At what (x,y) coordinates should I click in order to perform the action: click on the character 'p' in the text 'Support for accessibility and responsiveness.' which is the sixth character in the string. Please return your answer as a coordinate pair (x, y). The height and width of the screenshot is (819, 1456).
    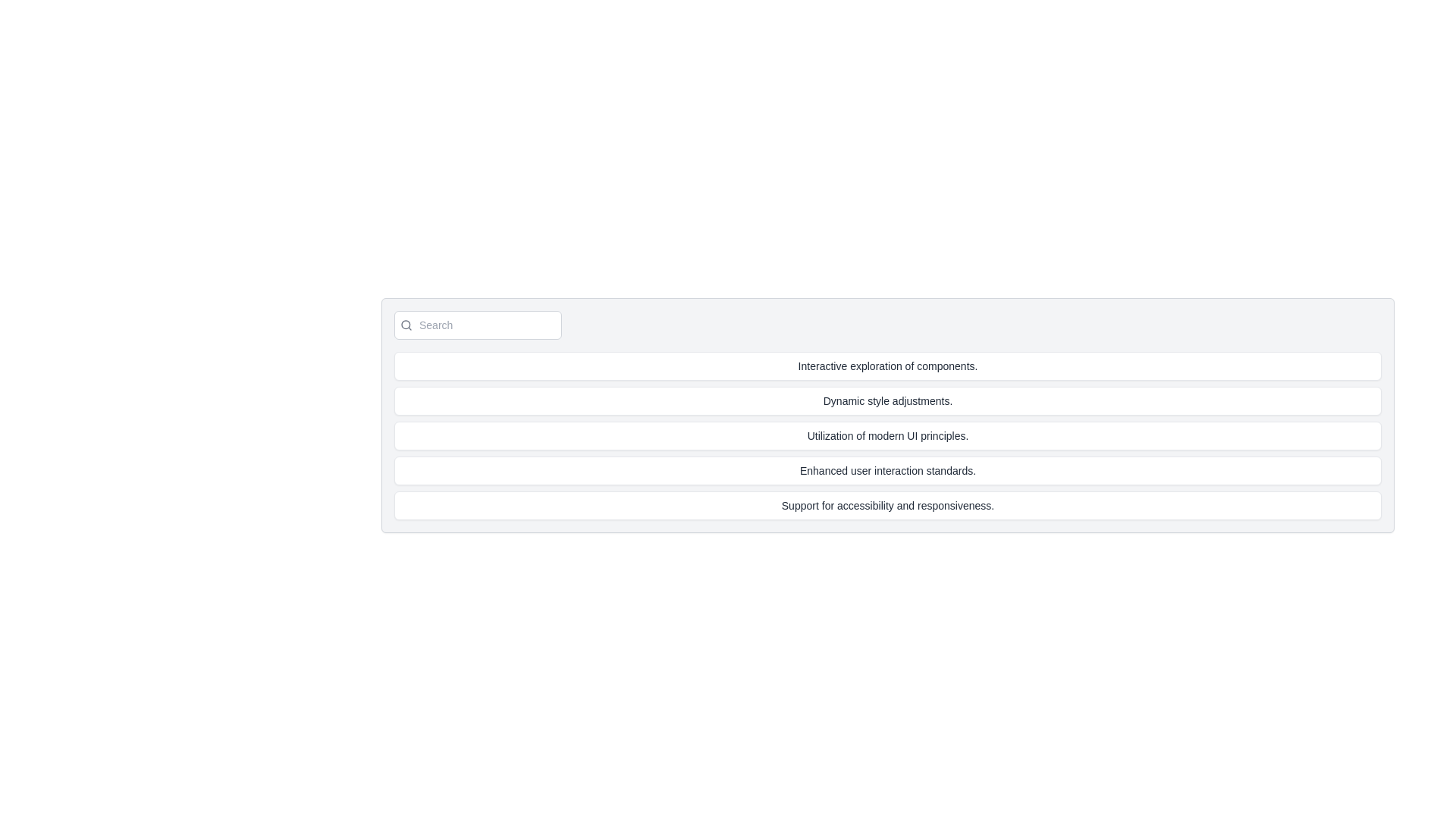
    Looking at the image, I should click on (802, 506).